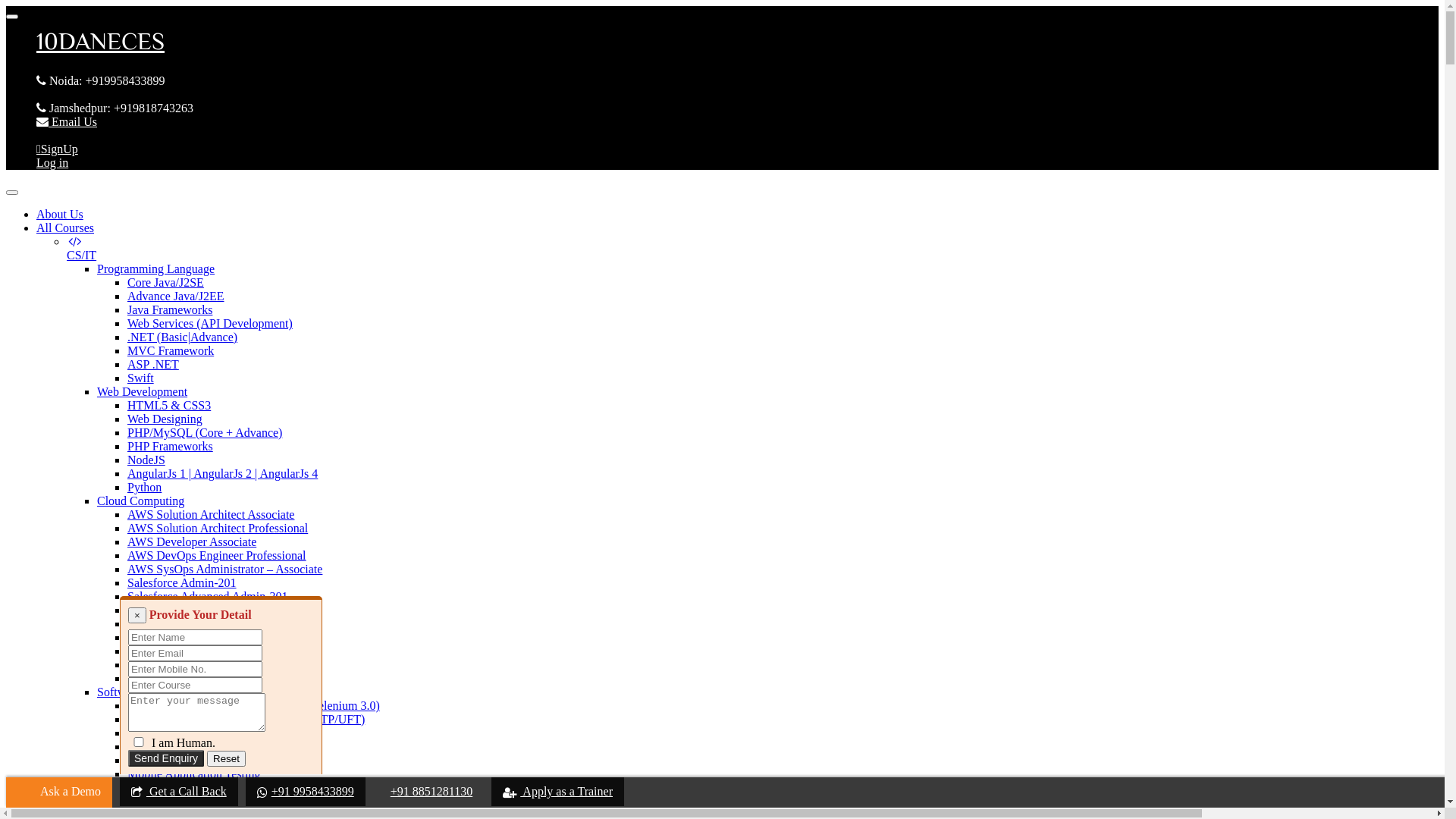  Describe the element at coordinates (175, 296) in the screenshot. I see `'Advance Java/J2EE'` at that location.